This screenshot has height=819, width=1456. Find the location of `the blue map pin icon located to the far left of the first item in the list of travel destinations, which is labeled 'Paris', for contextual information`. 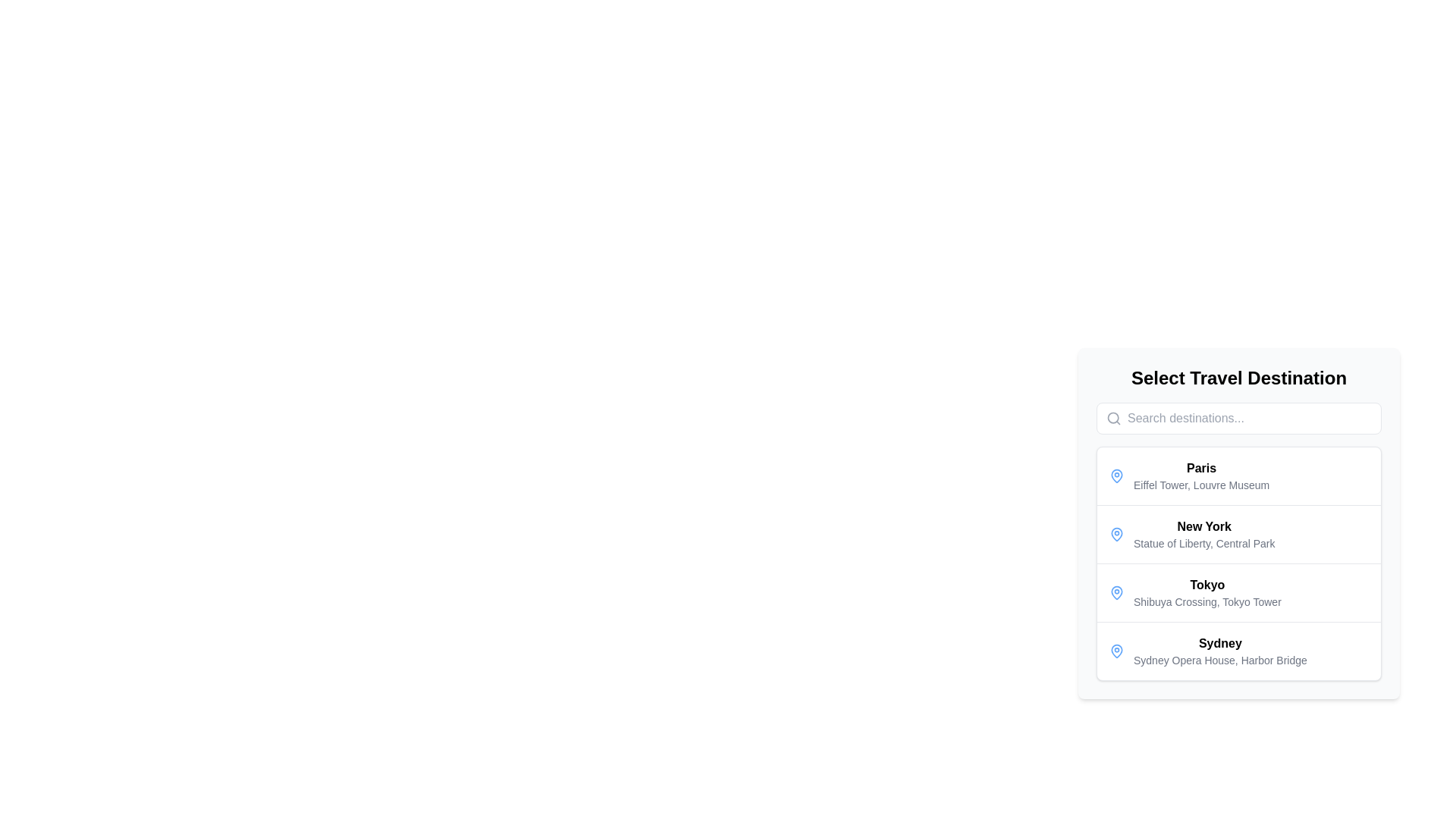

the blue map pin icon located to the far left of the first item in the list of travel destinations, which is labeled 'Paris', for contextual information is located at coordinates (1117, 475).